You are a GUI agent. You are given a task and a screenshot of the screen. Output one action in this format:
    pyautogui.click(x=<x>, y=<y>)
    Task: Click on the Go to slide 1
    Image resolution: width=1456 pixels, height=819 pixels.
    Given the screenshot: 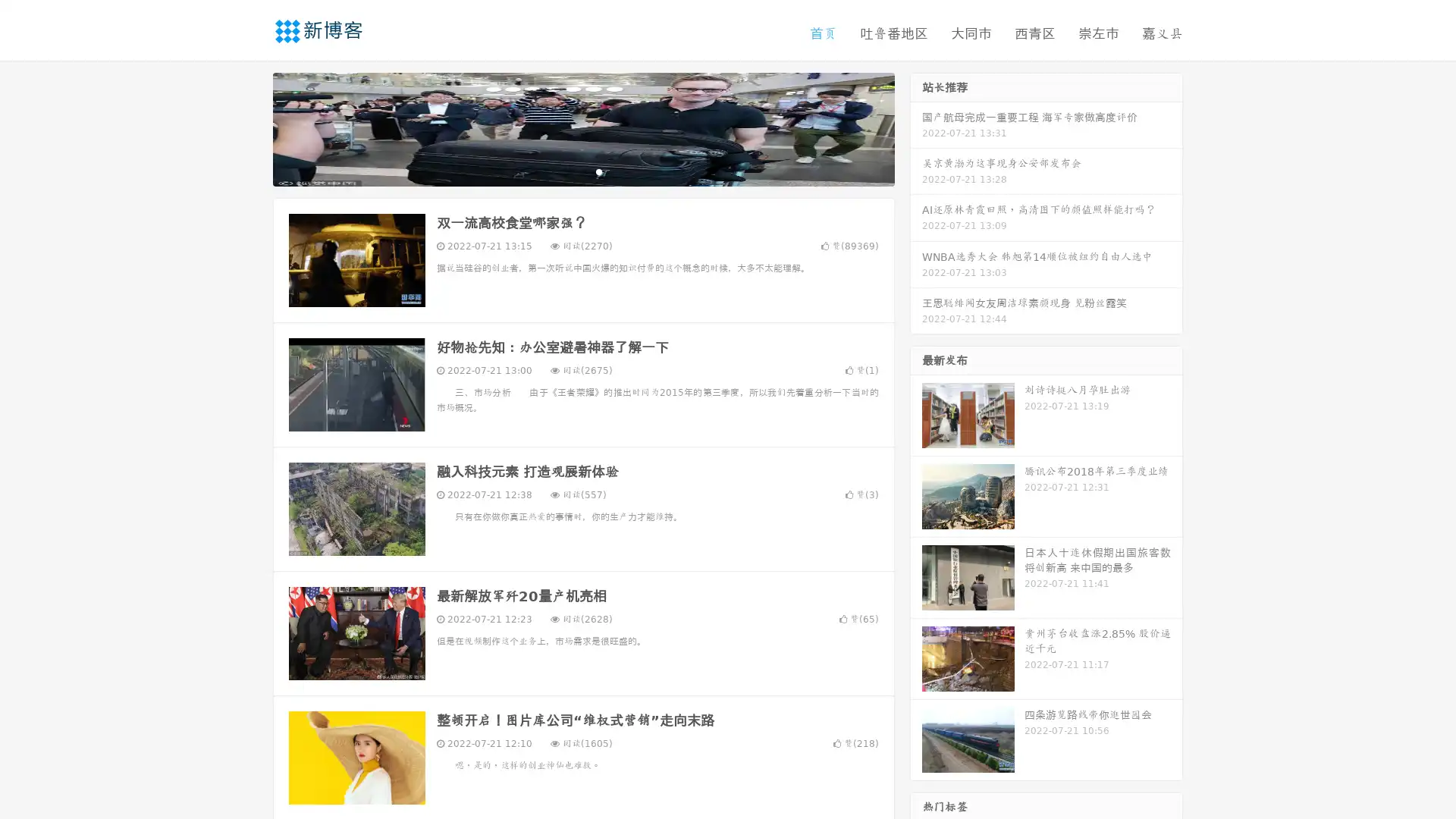 What is the action you would take?
    pyautogui.click(x=567, y=171)
    